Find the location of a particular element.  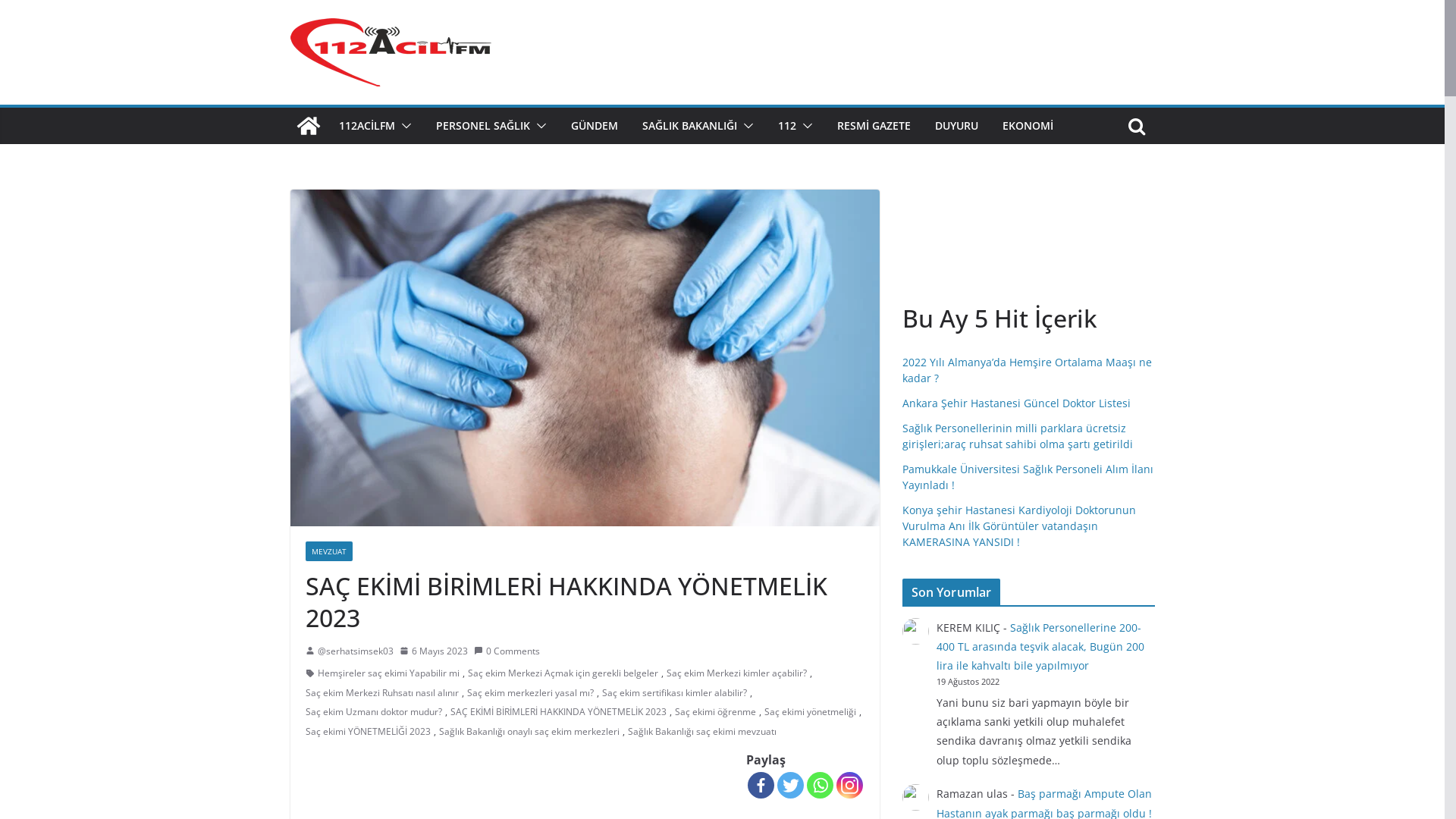

'RESMI GAZETE' is located at coordinates (874, 124).